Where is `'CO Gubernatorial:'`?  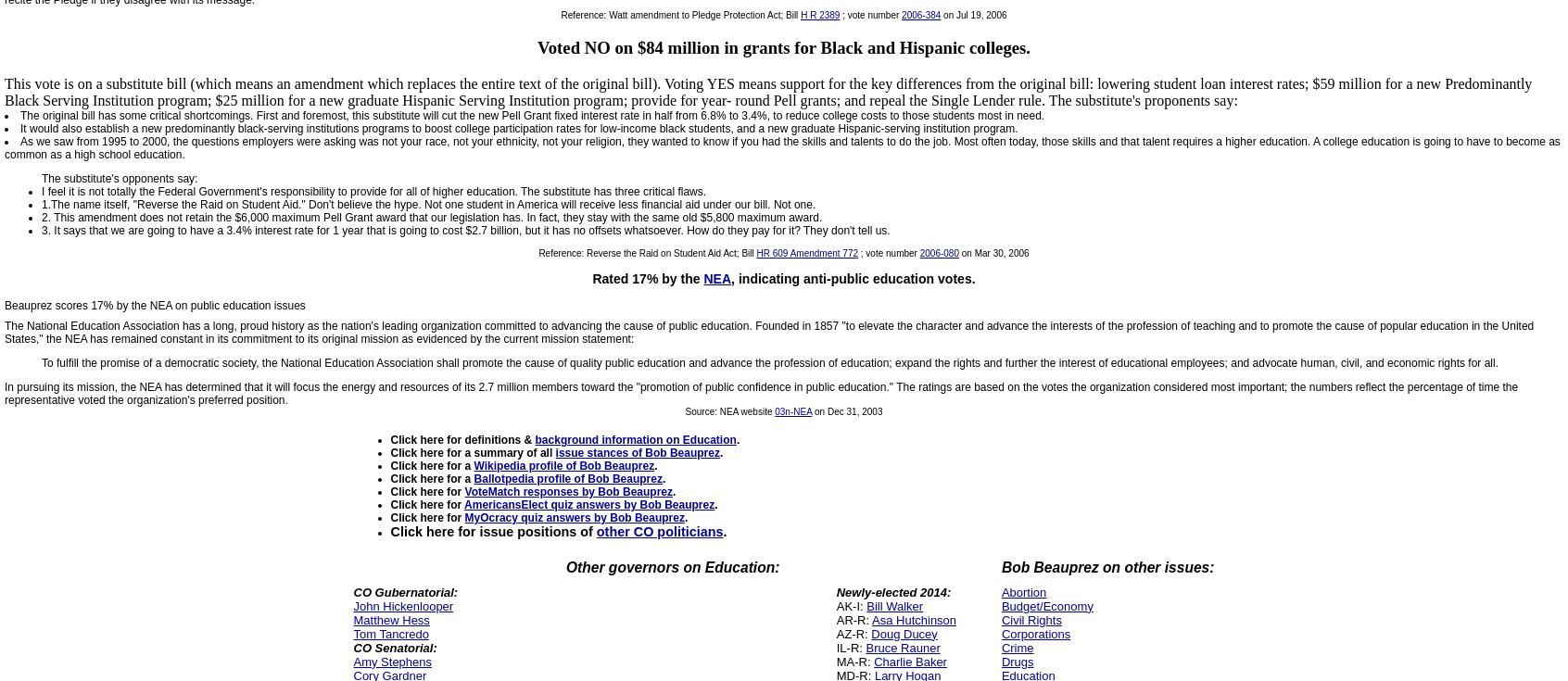 'CO Gubernatorial:' is located at coordinates (404, 590).